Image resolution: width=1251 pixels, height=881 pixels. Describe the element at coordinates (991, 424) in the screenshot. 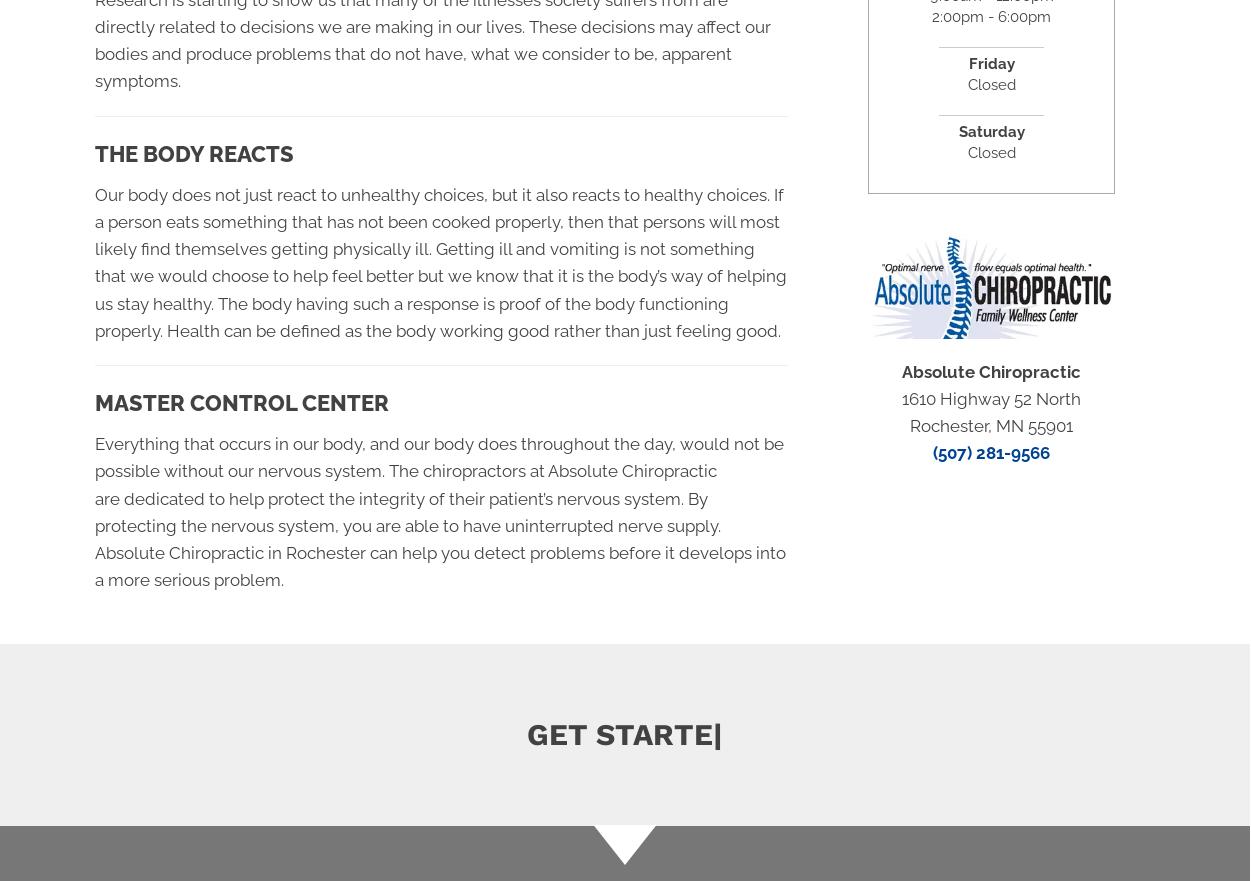

I see `'Rochester, MN 55901'` at that location.